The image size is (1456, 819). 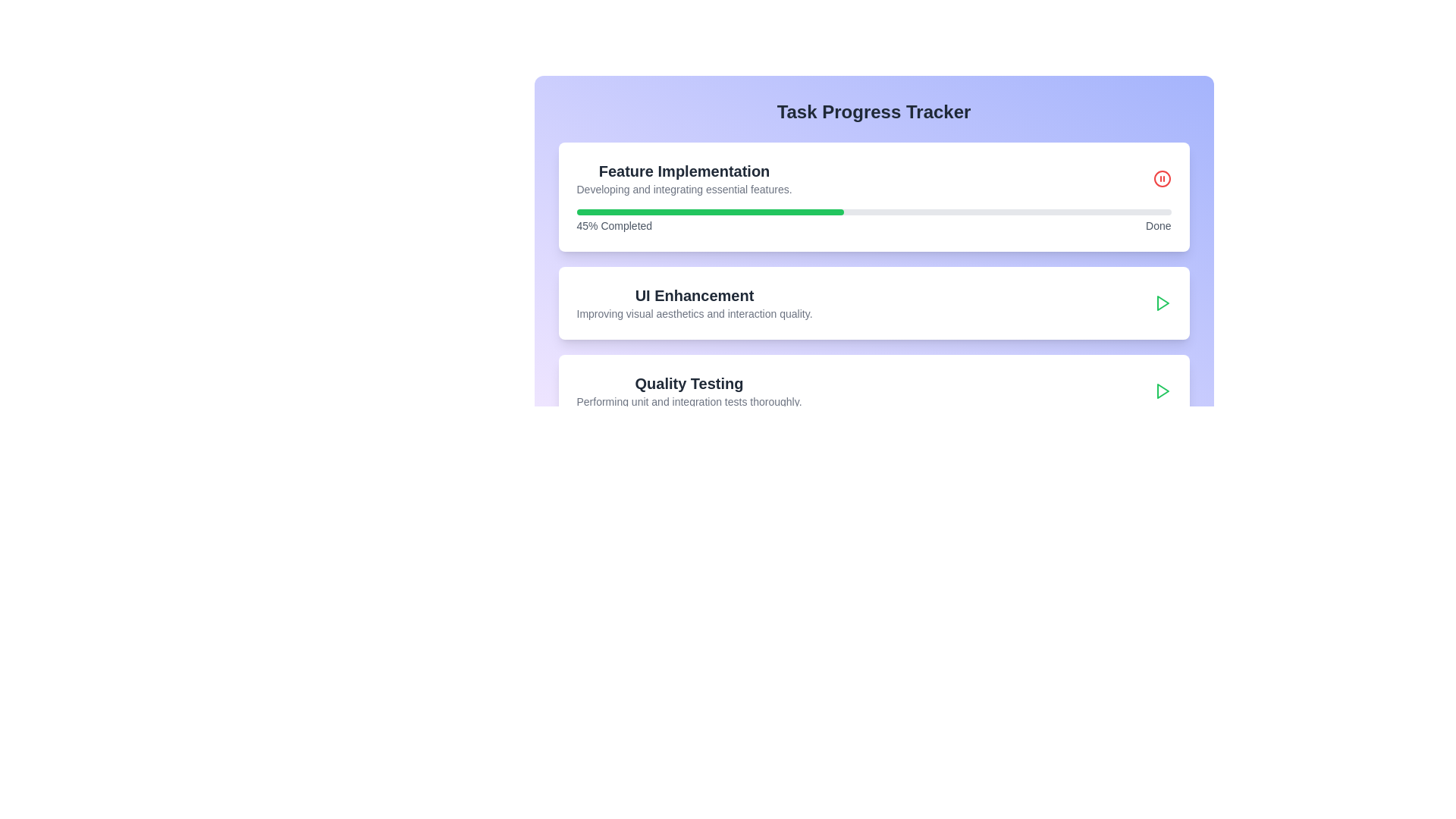 I want to click on the bold, large text label reading 'Feature Implementation' located at the top-left part of the task card, which is centrally aligned on the page, so click(x=683, y=171).